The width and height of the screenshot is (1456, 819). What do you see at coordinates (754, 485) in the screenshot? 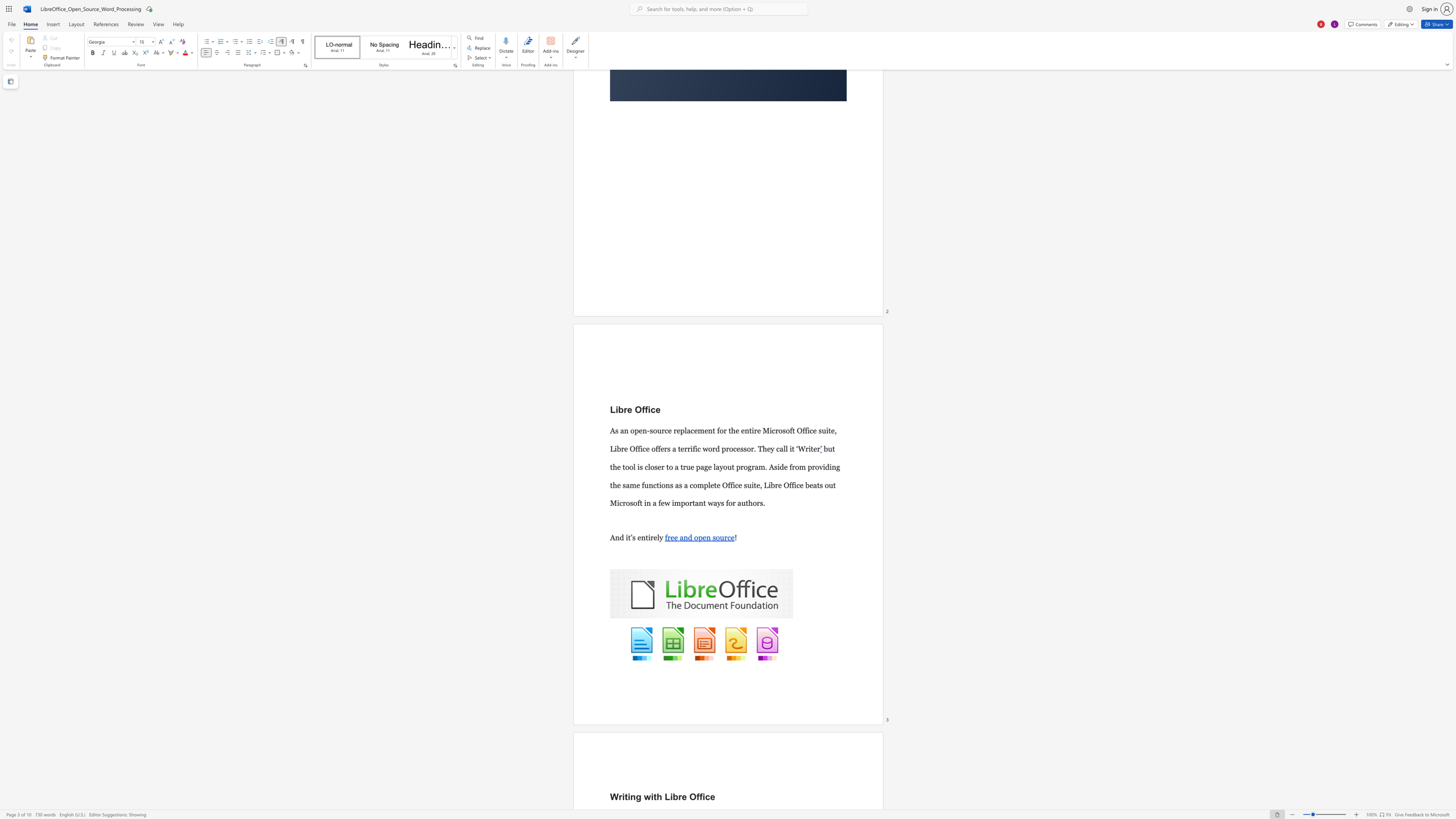
I see `the space between the continuous character "i" and "t" in the text` at bounding box center [754, 485].